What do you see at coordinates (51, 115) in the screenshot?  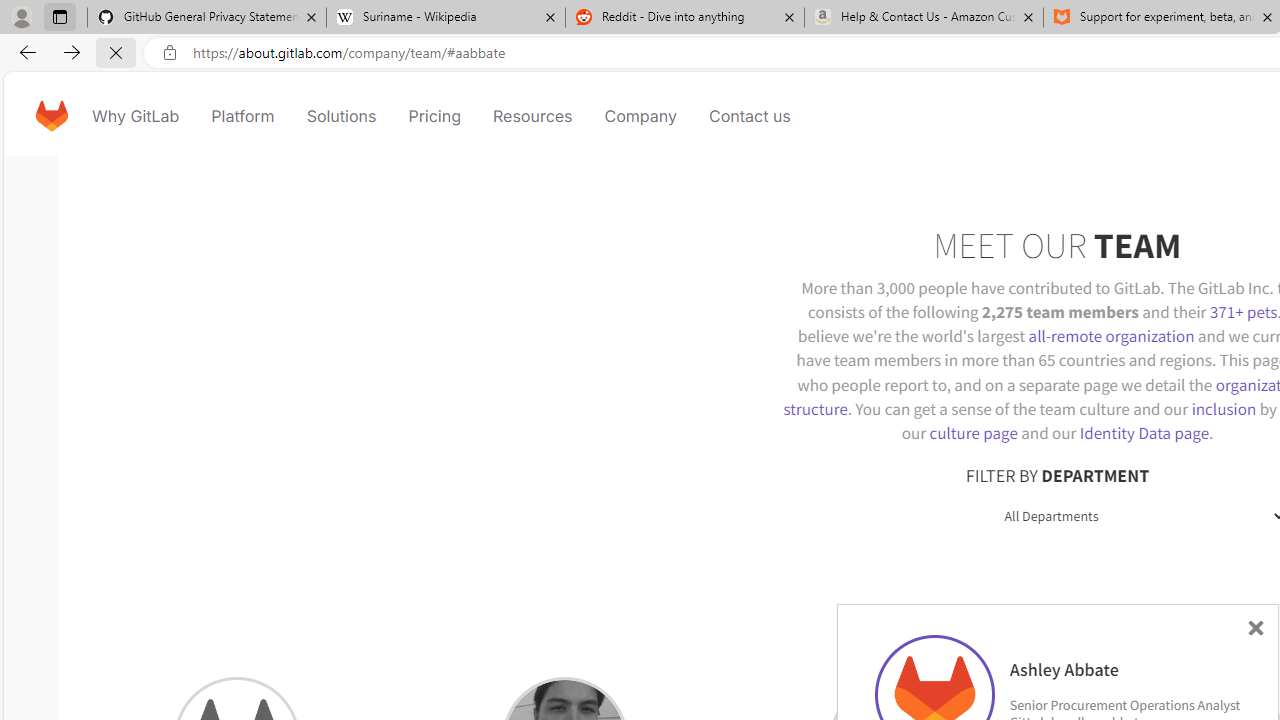 I see `'GitLab home page'` at bounding box center [51, 115].